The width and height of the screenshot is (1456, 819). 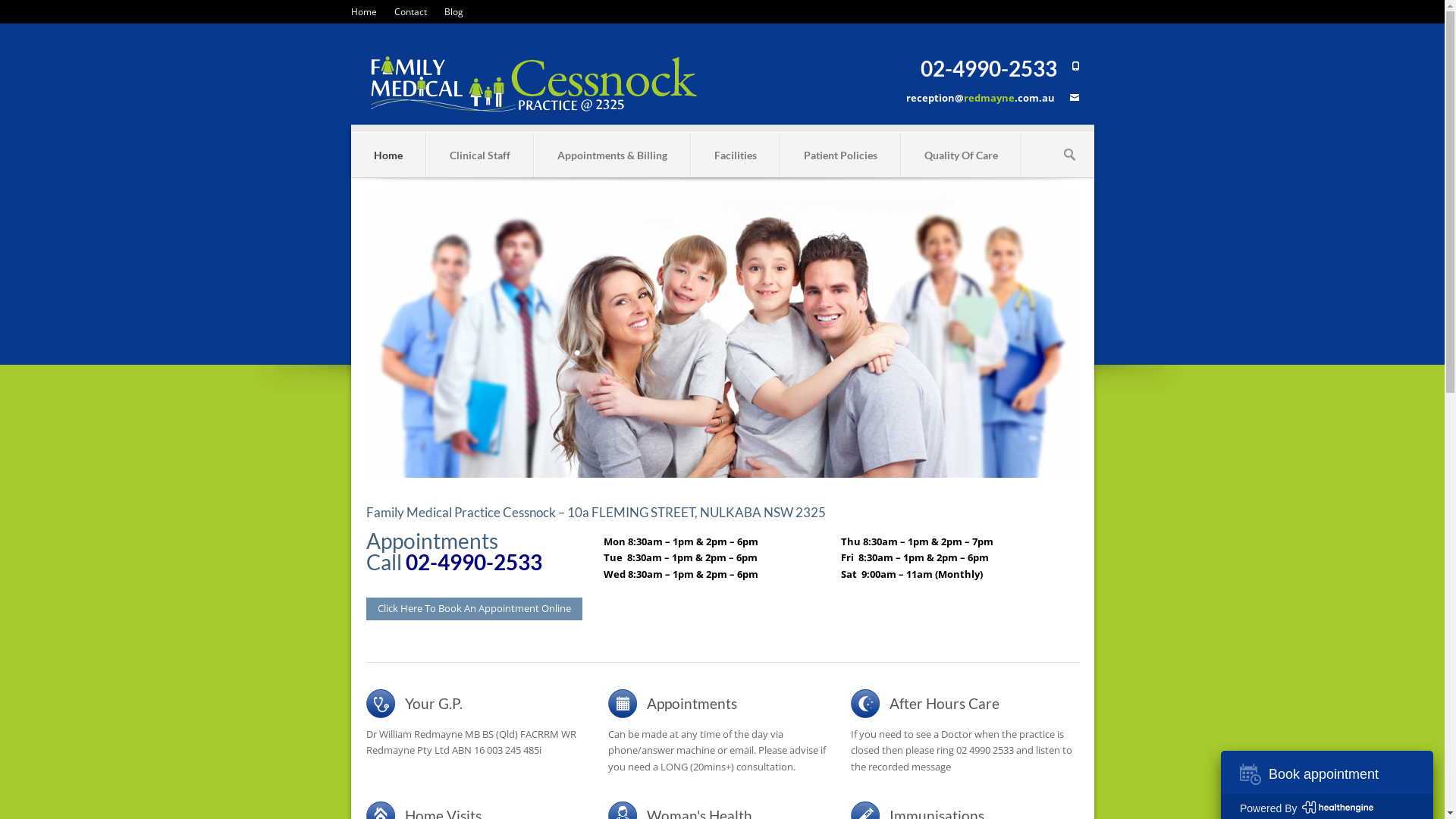 What do you see at coordinates (839, 155) in the screenshot?
I see `'Patient Policies'` at bounding box center [839, 155].